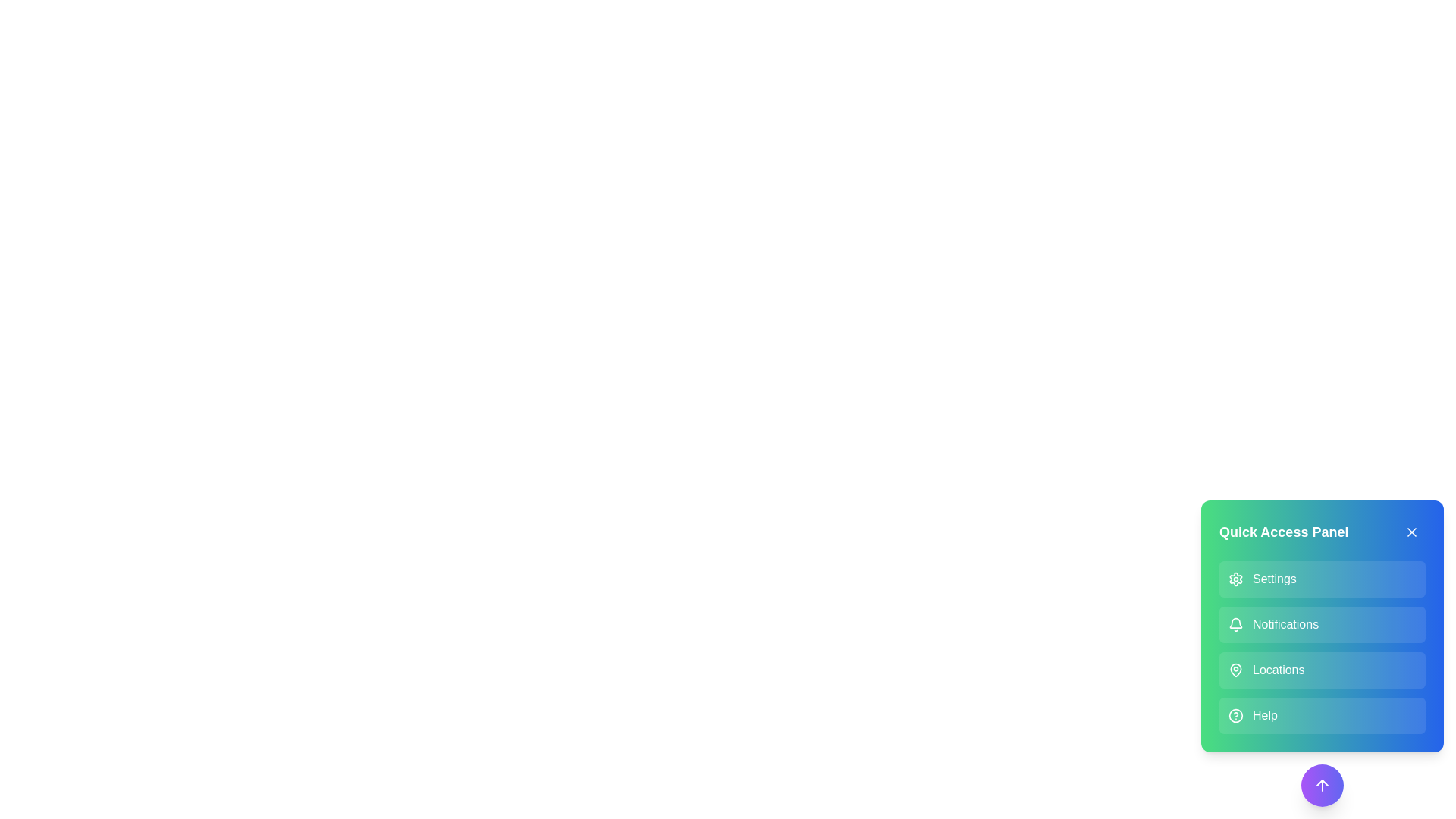 The height and width of the screenshot is (819, 1456). Describe the element at coordinates (1321, 652) in the screenshot. I see `the 'Locations' button, which is a rectangular button with a gradient background from green to blue, located in the third position among four vertical buttons in the bottom-right panel` at that location.